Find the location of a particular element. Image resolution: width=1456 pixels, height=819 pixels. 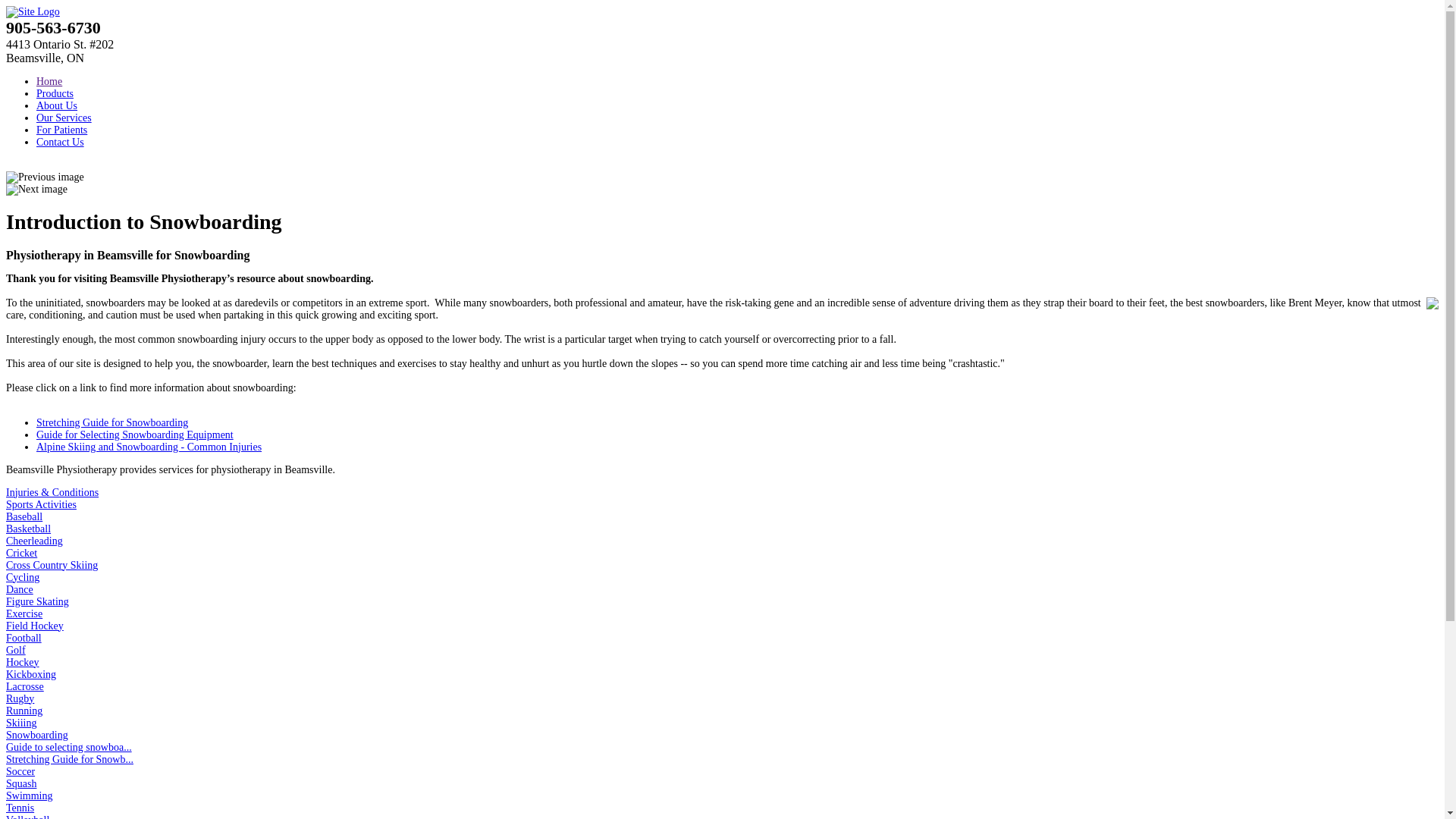

'Stretching Guide for Snowb...' is located at coordinates (68, 759).